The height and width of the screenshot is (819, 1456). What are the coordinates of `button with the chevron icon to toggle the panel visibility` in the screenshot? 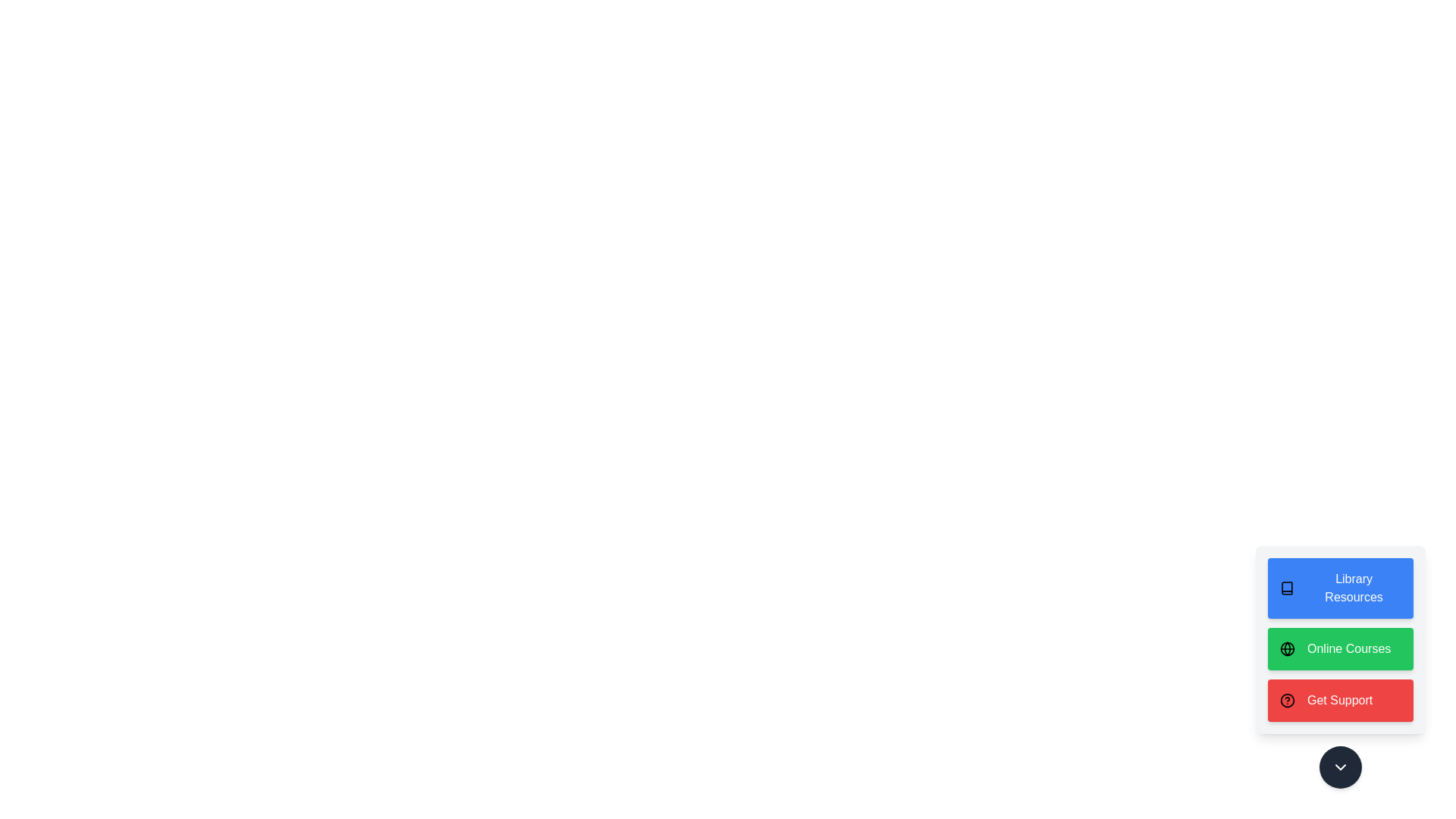 It's located at (1340, 767).